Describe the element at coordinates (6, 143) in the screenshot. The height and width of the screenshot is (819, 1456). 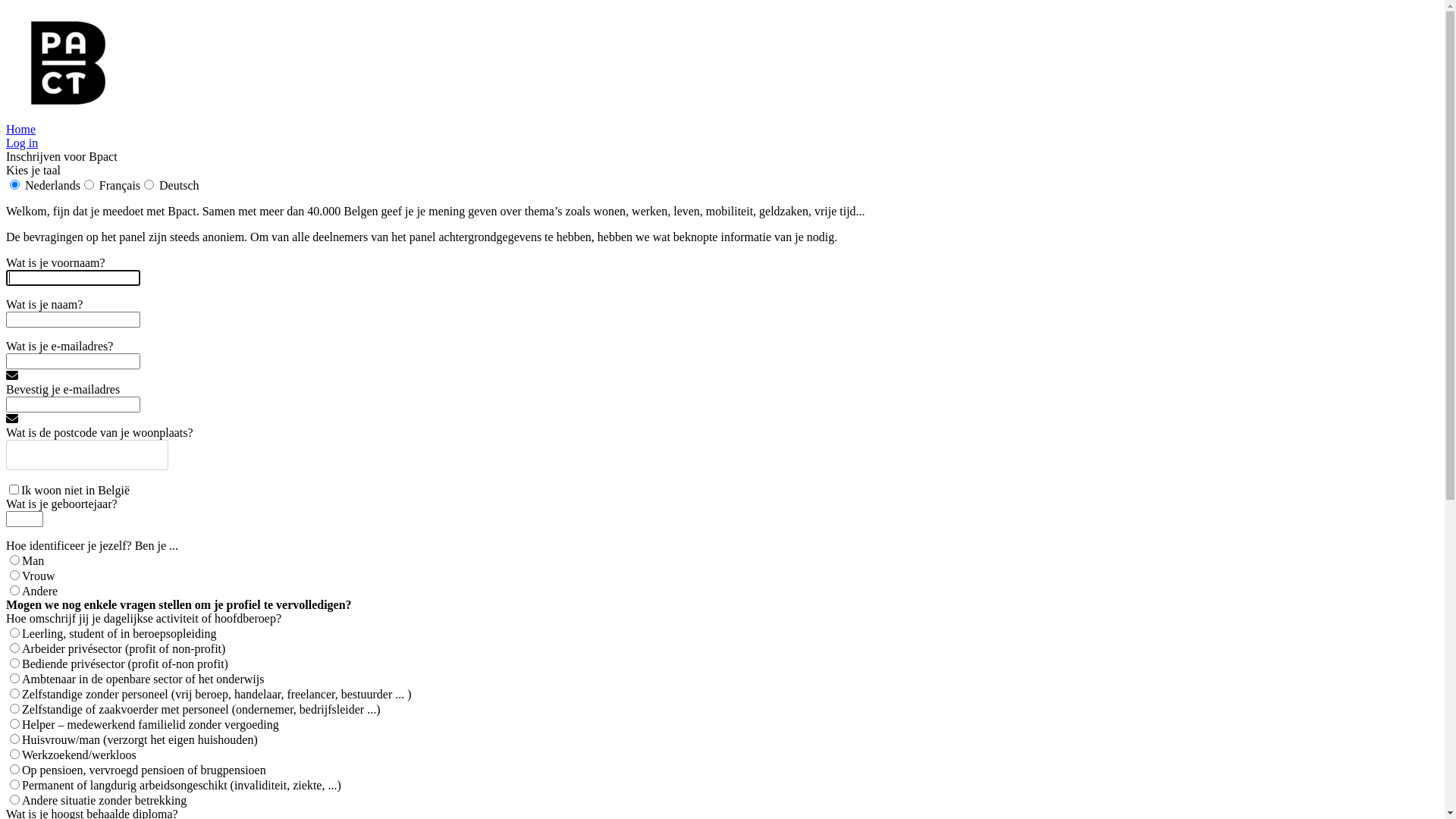
I see `'Log in'` at that location.